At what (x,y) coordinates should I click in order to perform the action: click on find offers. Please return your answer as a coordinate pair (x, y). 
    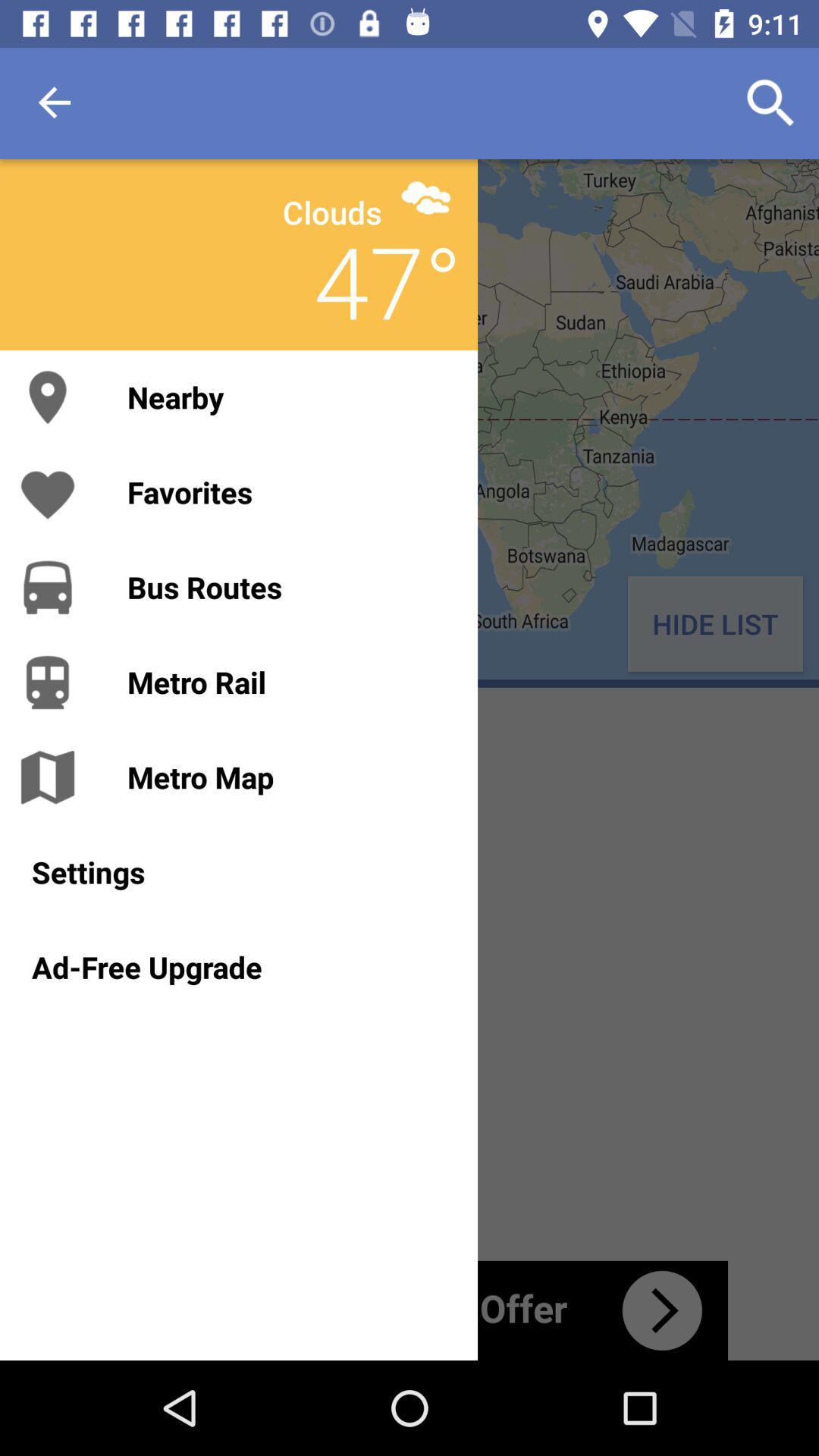
    Looking at the image, I should click on (409, 1310).